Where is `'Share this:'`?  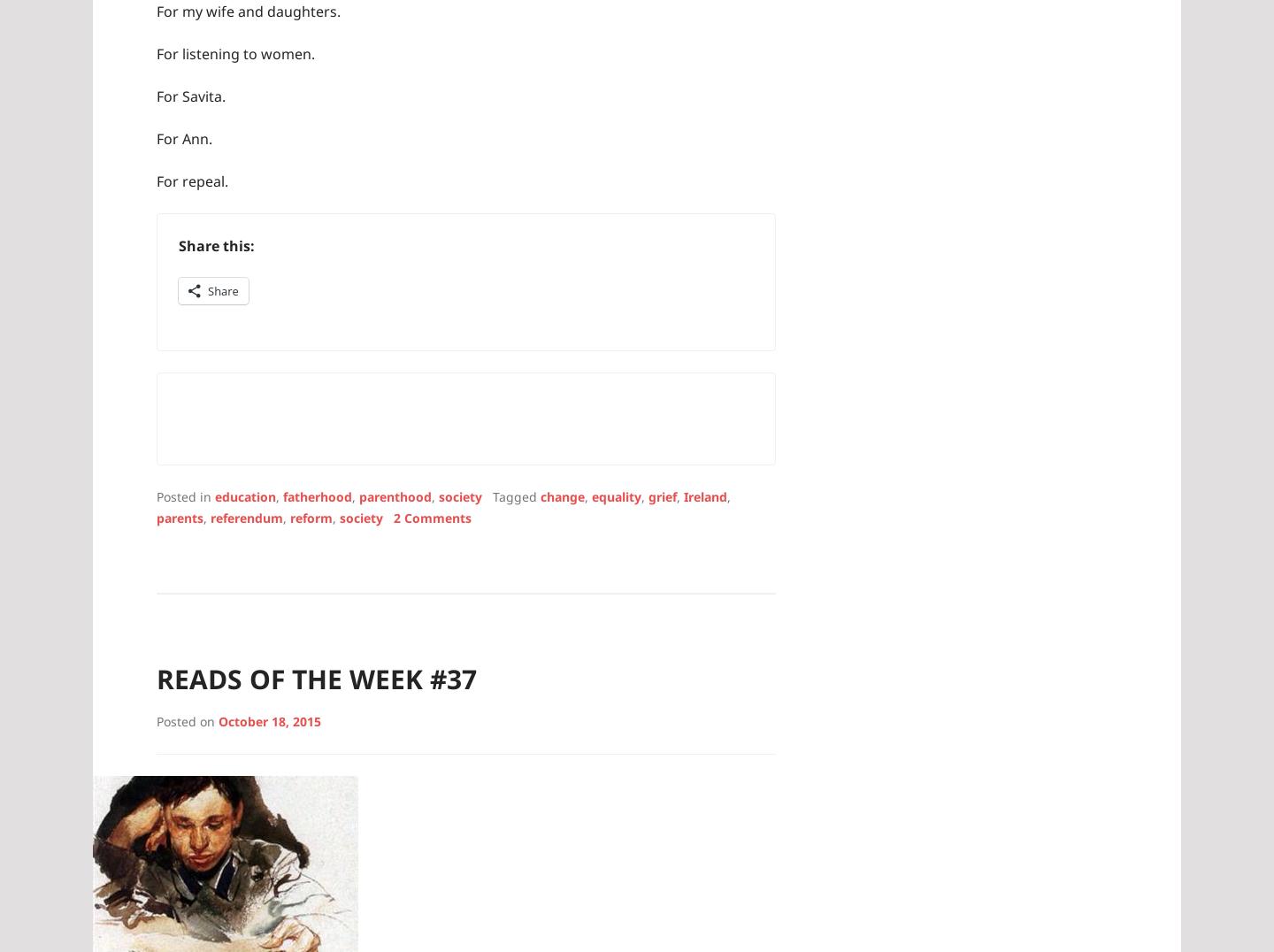
'Share this:' is located at coordinates (215, 243).